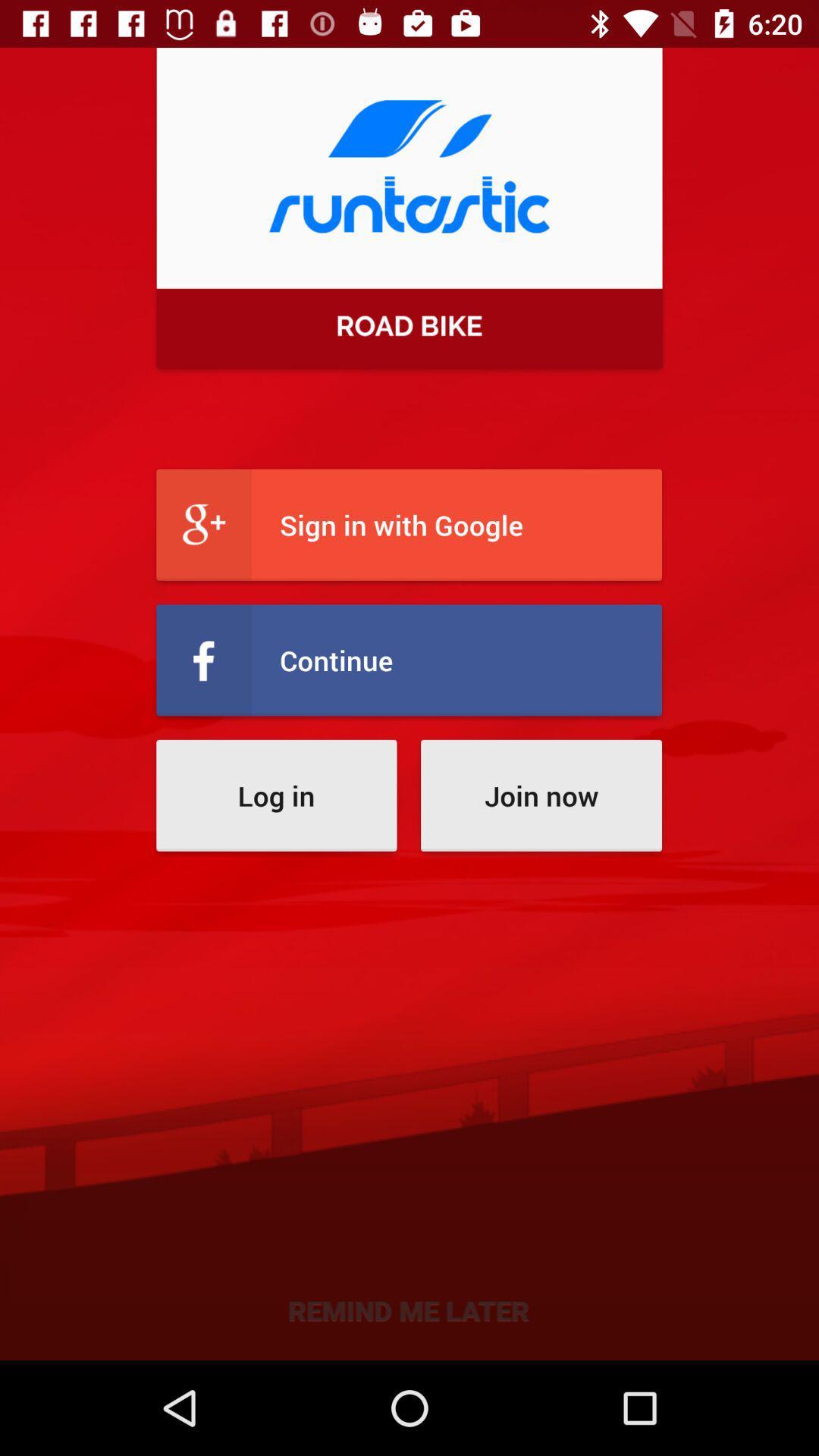 The width and height of the screenshot is (819, 1456). I want to click on join now item, so click(540, 795).